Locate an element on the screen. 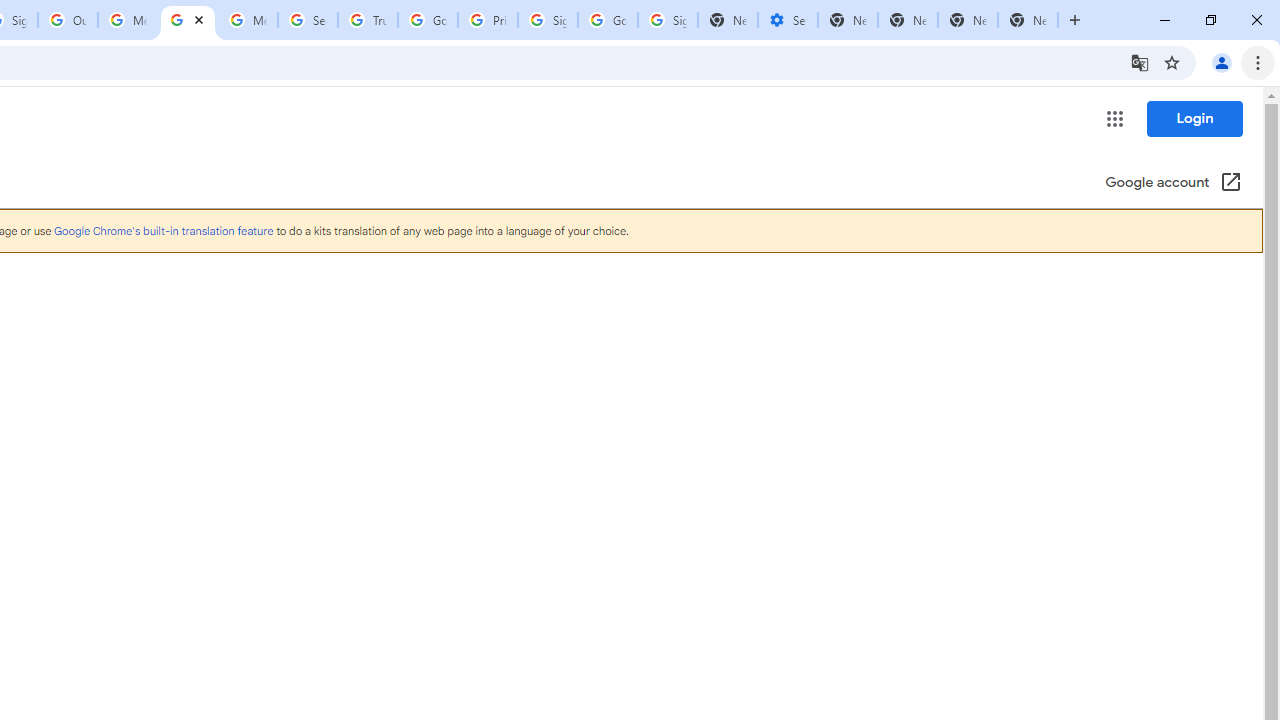 The height and width of the screenshot is (720, 1280). 'New Tab' is located at coordinates (968, 20).